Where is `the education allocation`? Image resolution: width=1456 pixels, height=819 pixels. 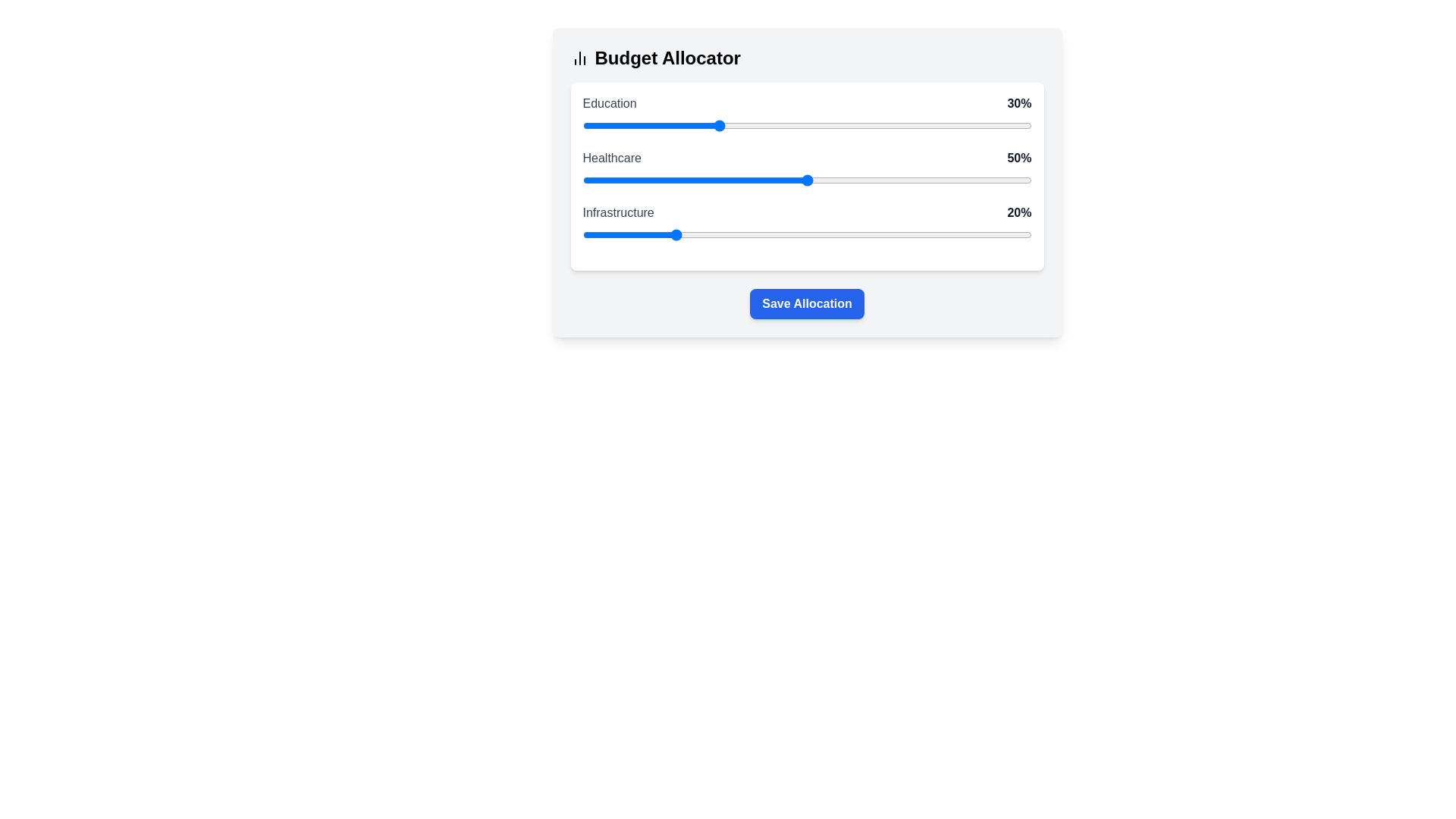 the education allocation is located at coordinates (610, 124).